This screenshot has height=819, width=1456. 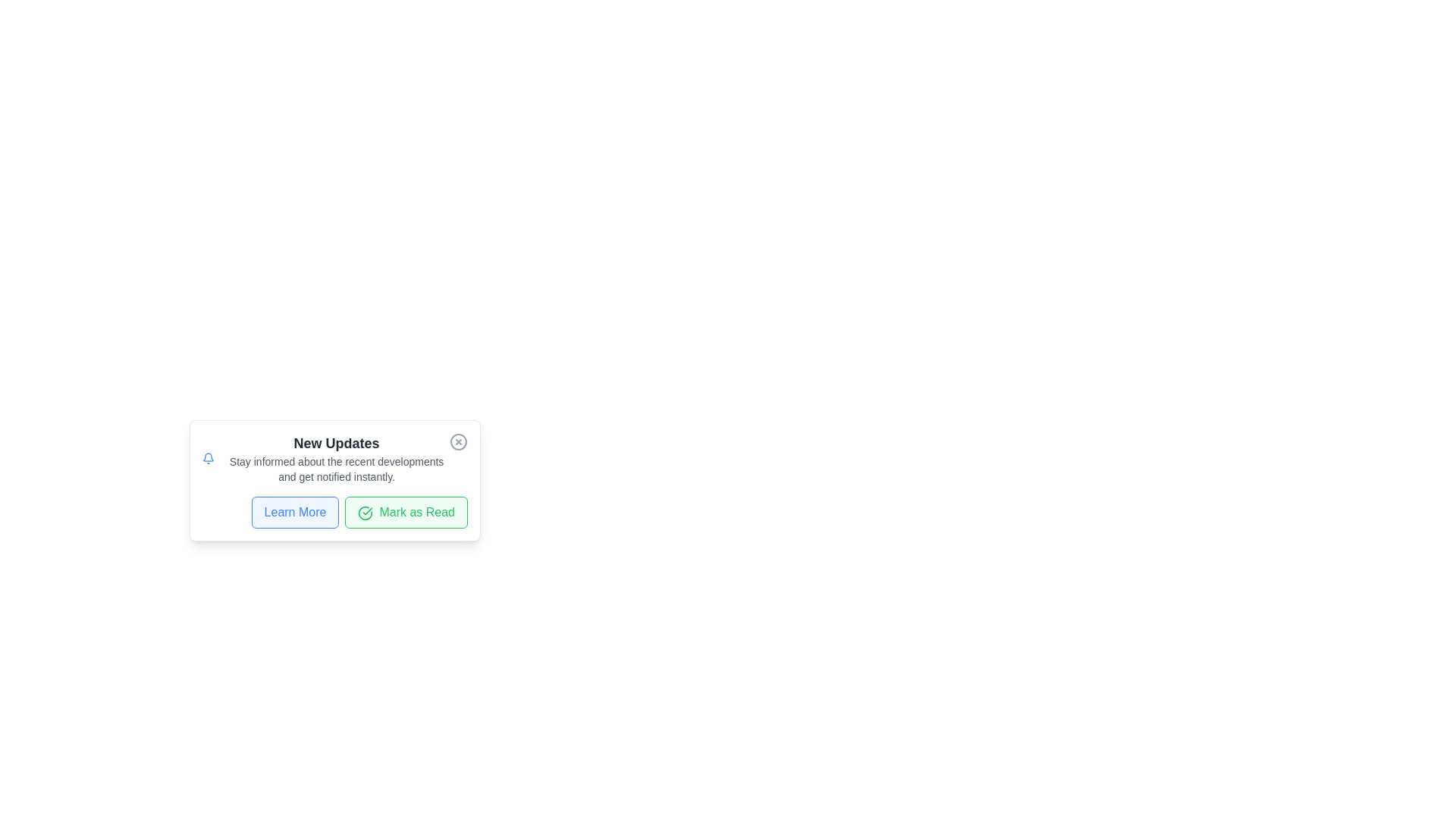 What do you see at coordinates (208, 458) in the screenshot?
I see `the bell icon located at the top-left corner of the notification card titled 'New Updates' to indicate notifications or alerts` at bounding box center [208, 458].